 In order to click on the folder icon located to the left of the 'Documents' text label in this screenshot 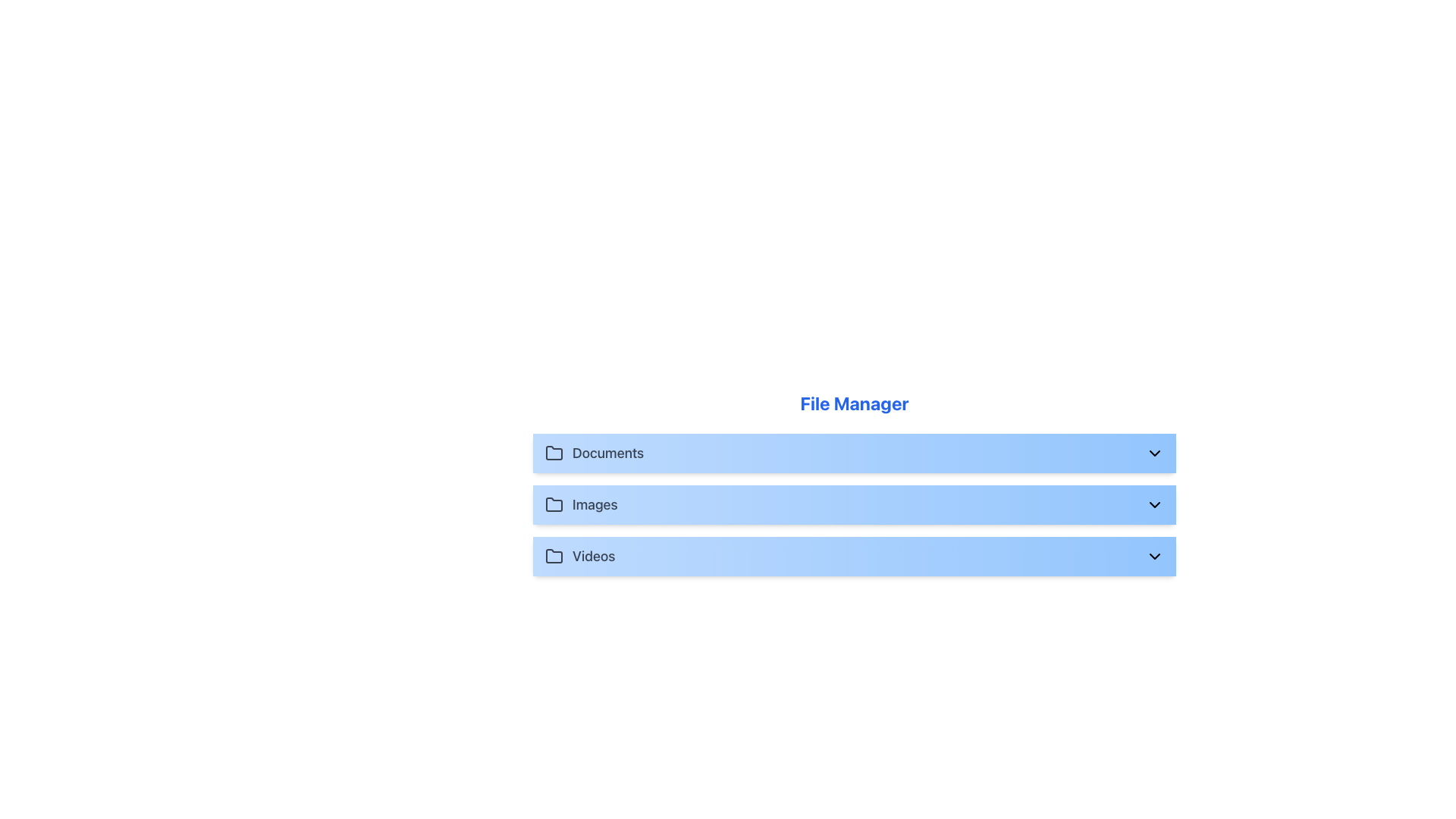, I will do `click(553, 452)`.